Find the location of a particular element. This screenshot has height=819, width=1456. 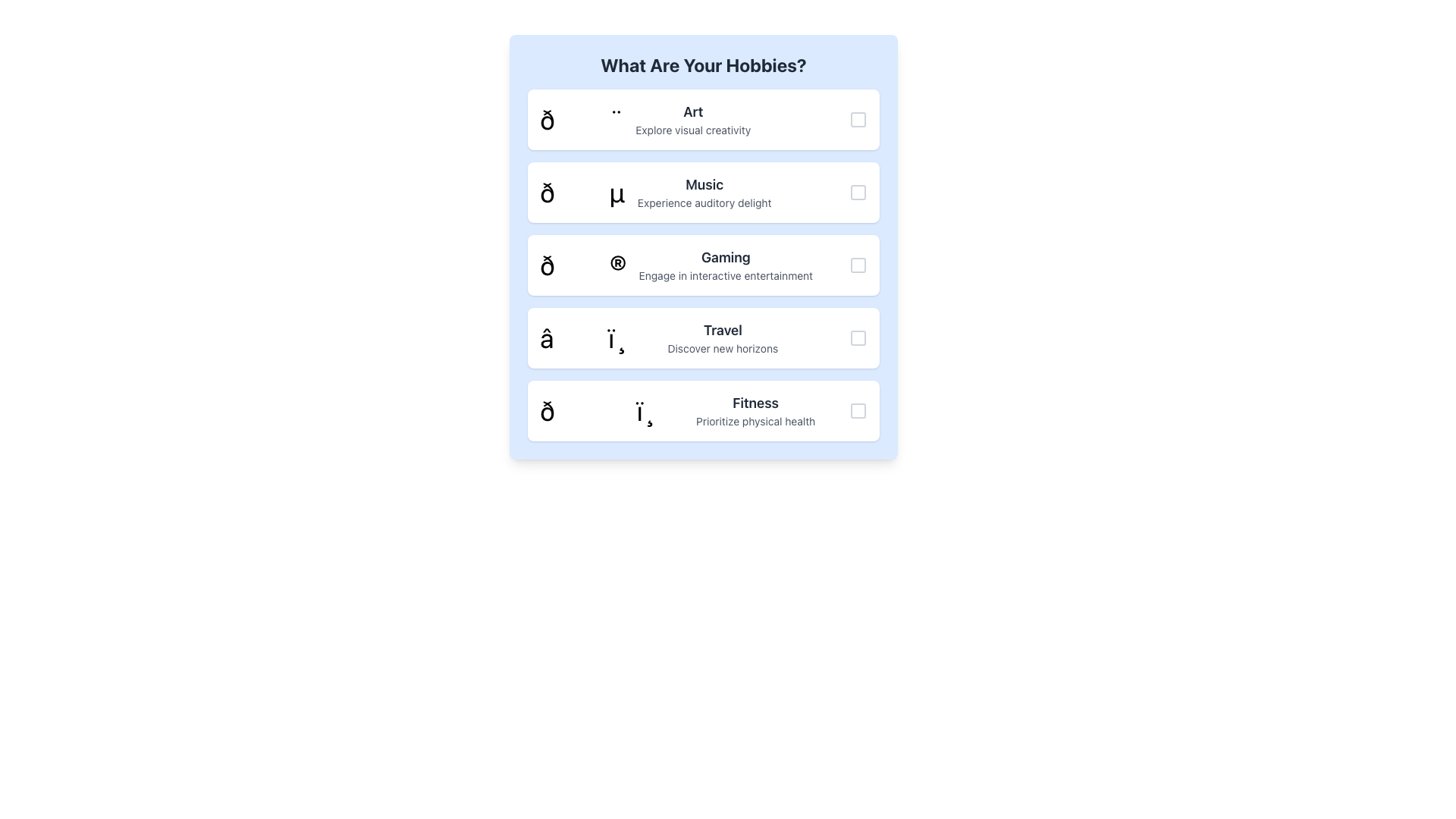

the small square SVG graphic element with rounded corners located in the 'Gaming' row of the hobbies form is located at coordinates (858, 265).